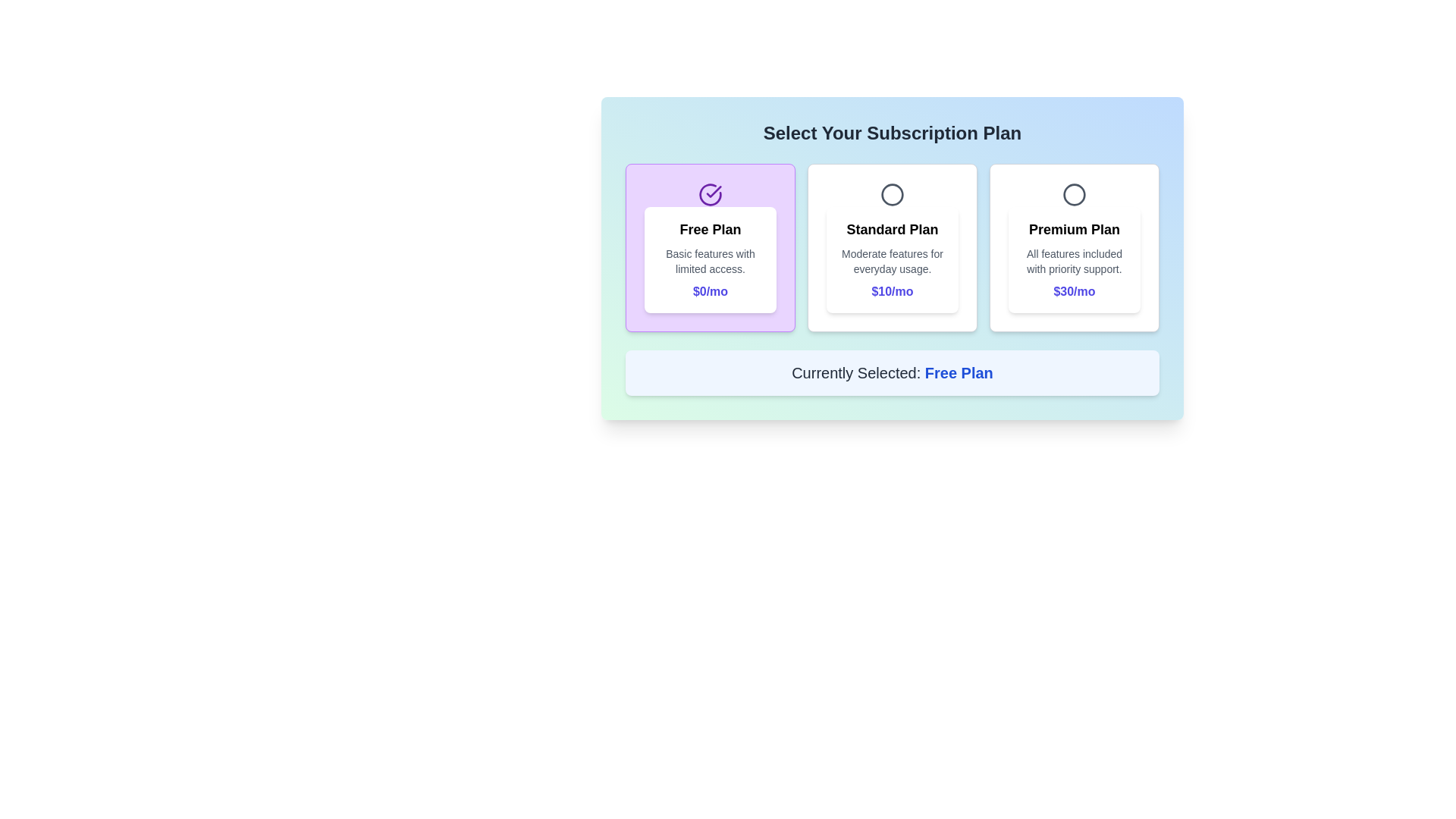 The height and width of the screenshot is (819, 1456). What do you see at coordinates (892, 259) in the screenshot?
I see `the 'Standard Plan' informational card` at bounding box center [892, 259].